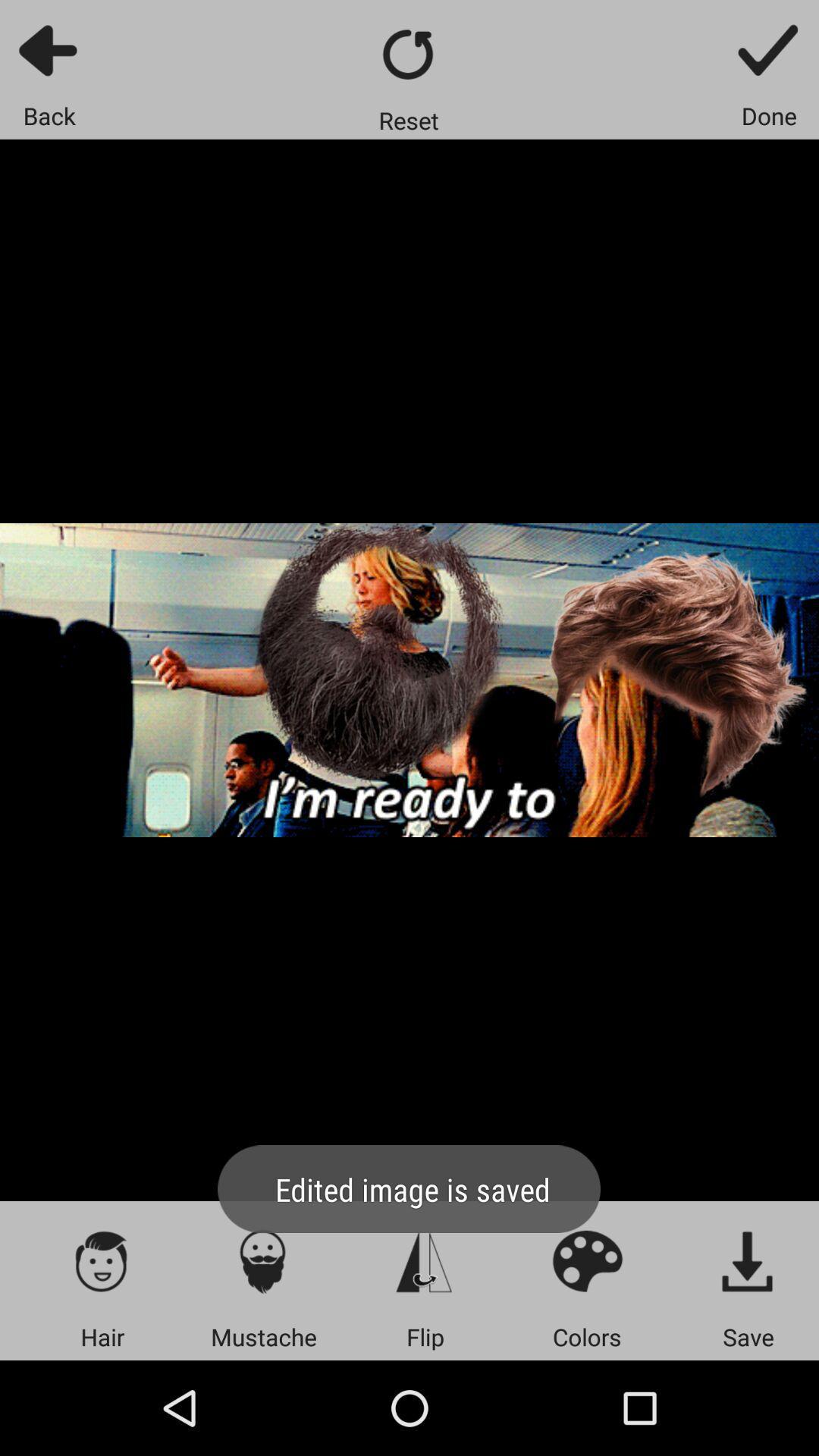 Image resolution: width=819 pixels, height=1456 pixels. Describe the element at coordinates (425, 1260) in the screenshot. I see `the font icon` at that location.